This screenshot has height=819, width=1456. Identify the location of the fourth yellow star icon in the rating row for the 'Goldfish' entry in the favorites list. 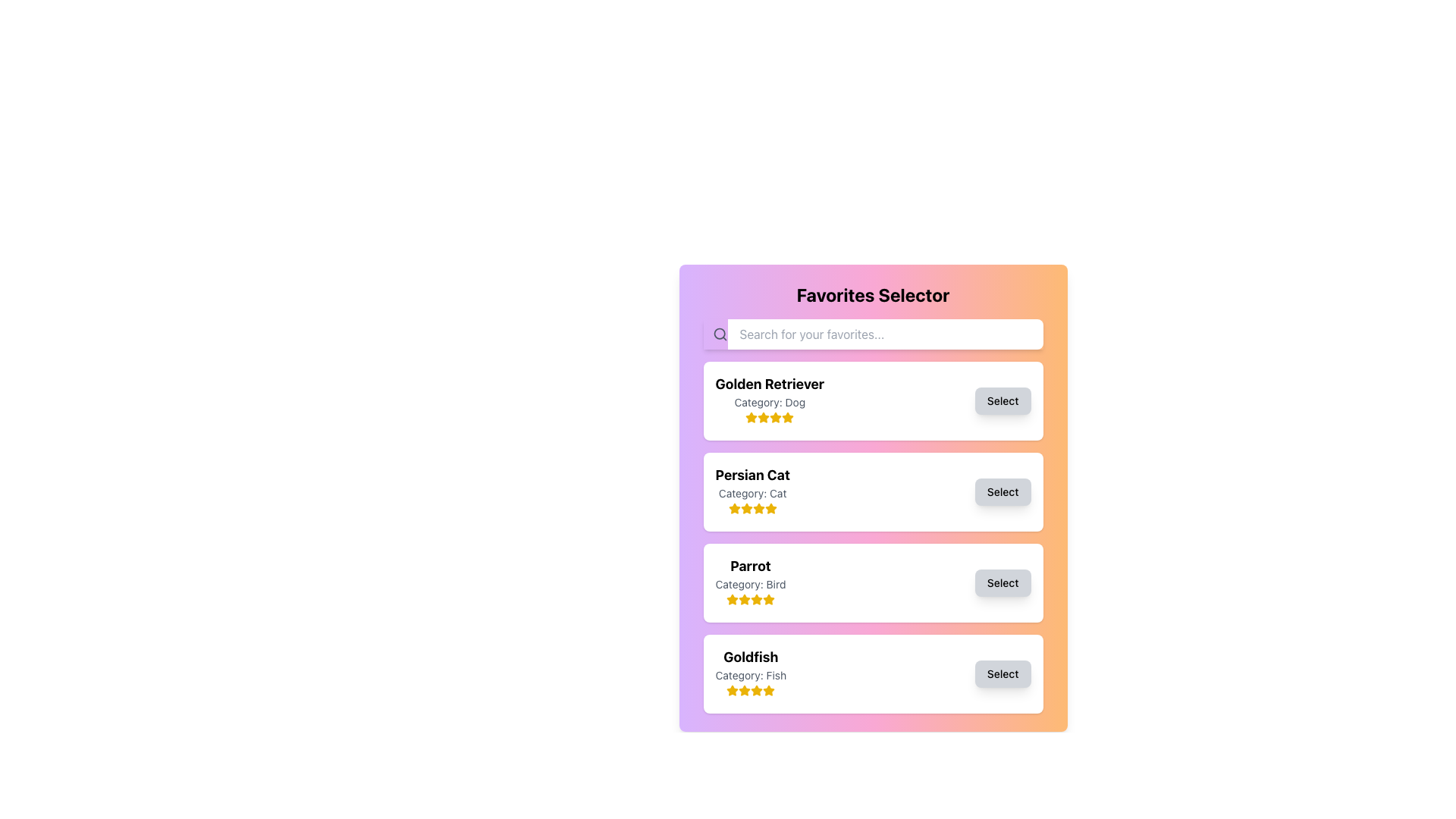
(769, 690).